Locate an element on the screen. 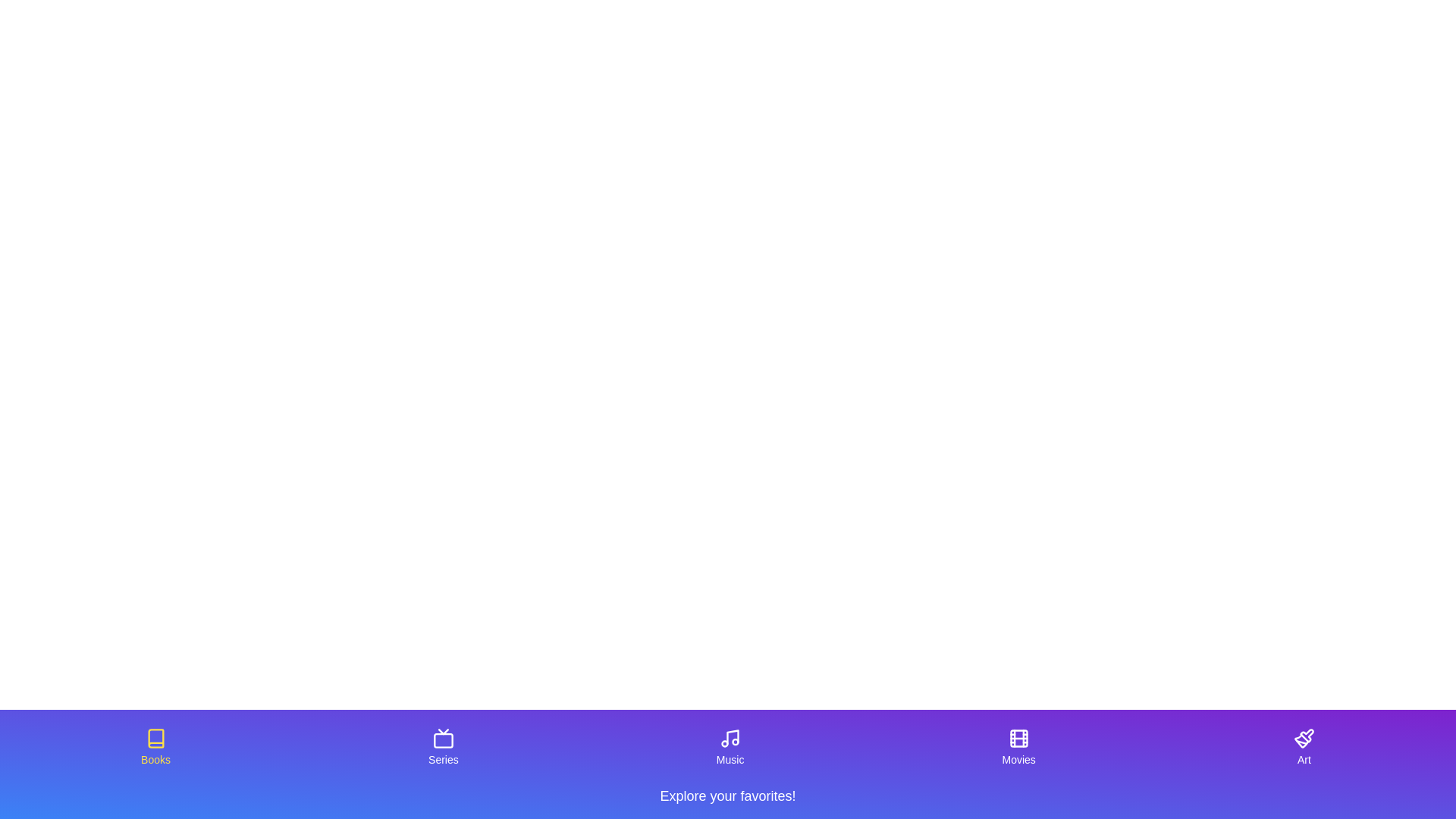  the tab labeled 'Movies' to observe its hover effect is located at coordinates (1018, 747).